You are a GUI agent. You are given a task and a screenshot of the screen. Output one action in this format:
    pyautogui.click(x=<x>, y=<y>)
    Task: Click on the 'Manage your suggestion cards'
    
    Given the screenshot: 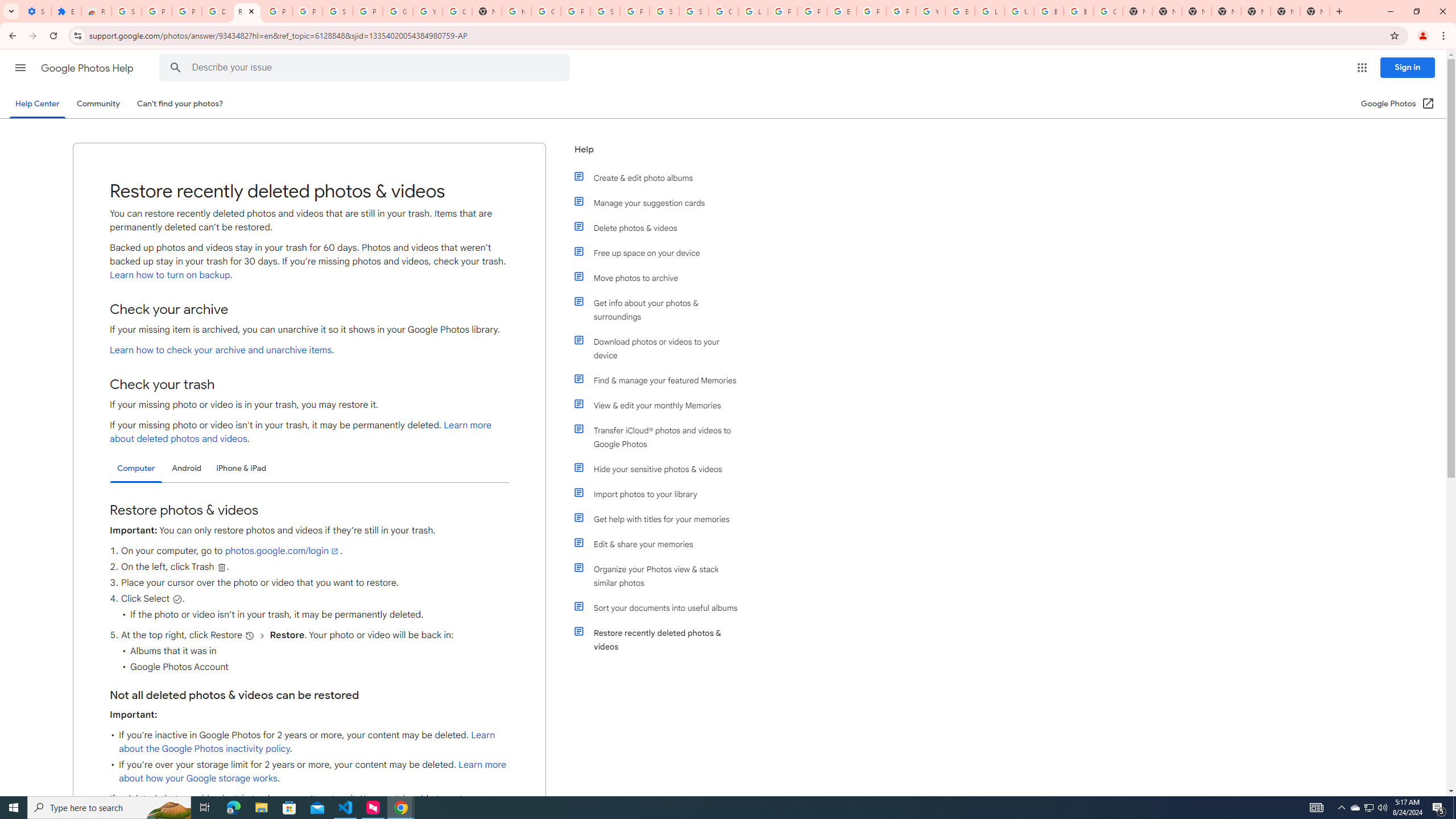 What is the action you would take?
    pyautogui.click(x=661, y=202)
    